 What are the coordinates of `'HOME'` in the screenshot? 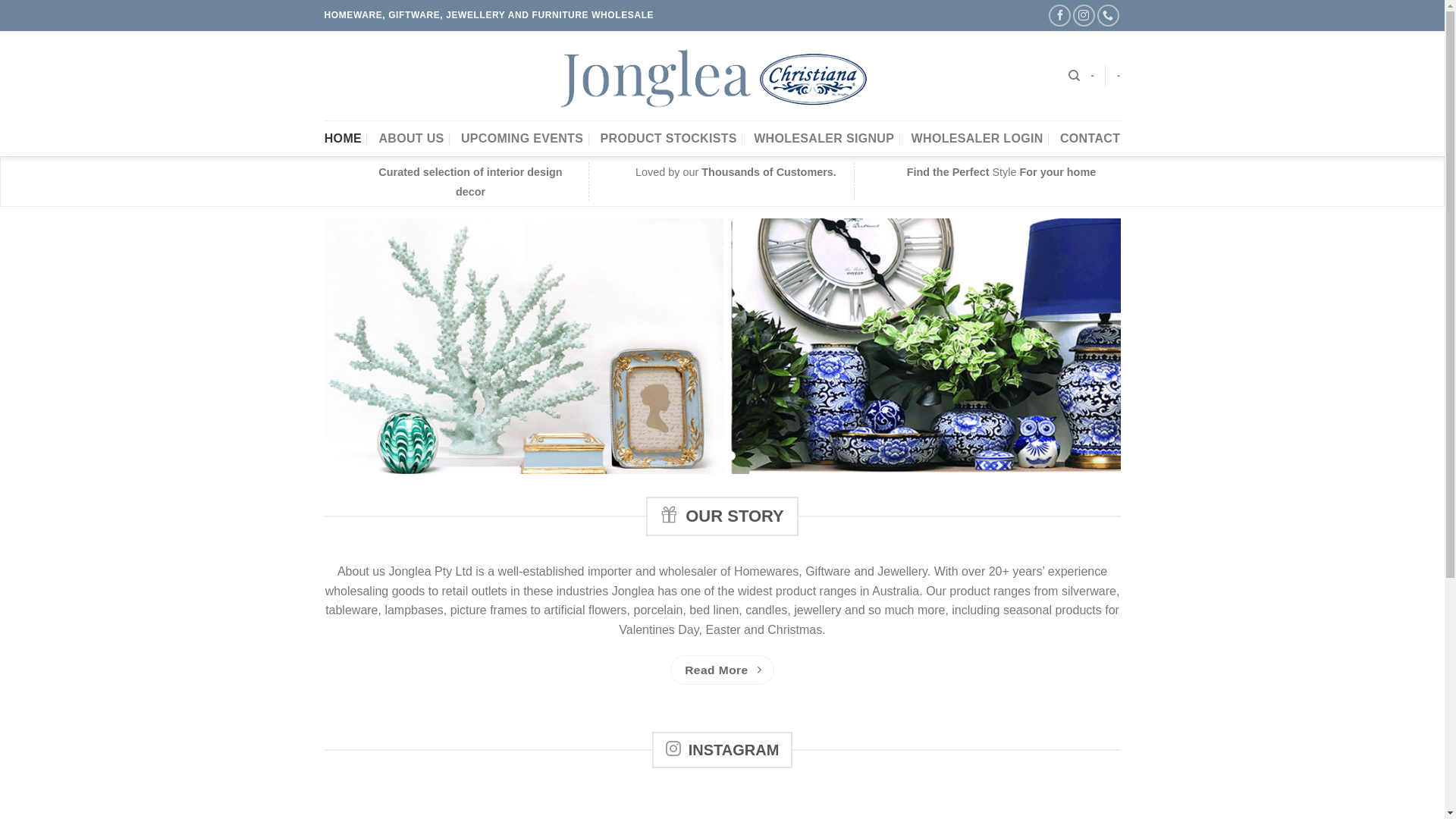 It's located at (342, 138).